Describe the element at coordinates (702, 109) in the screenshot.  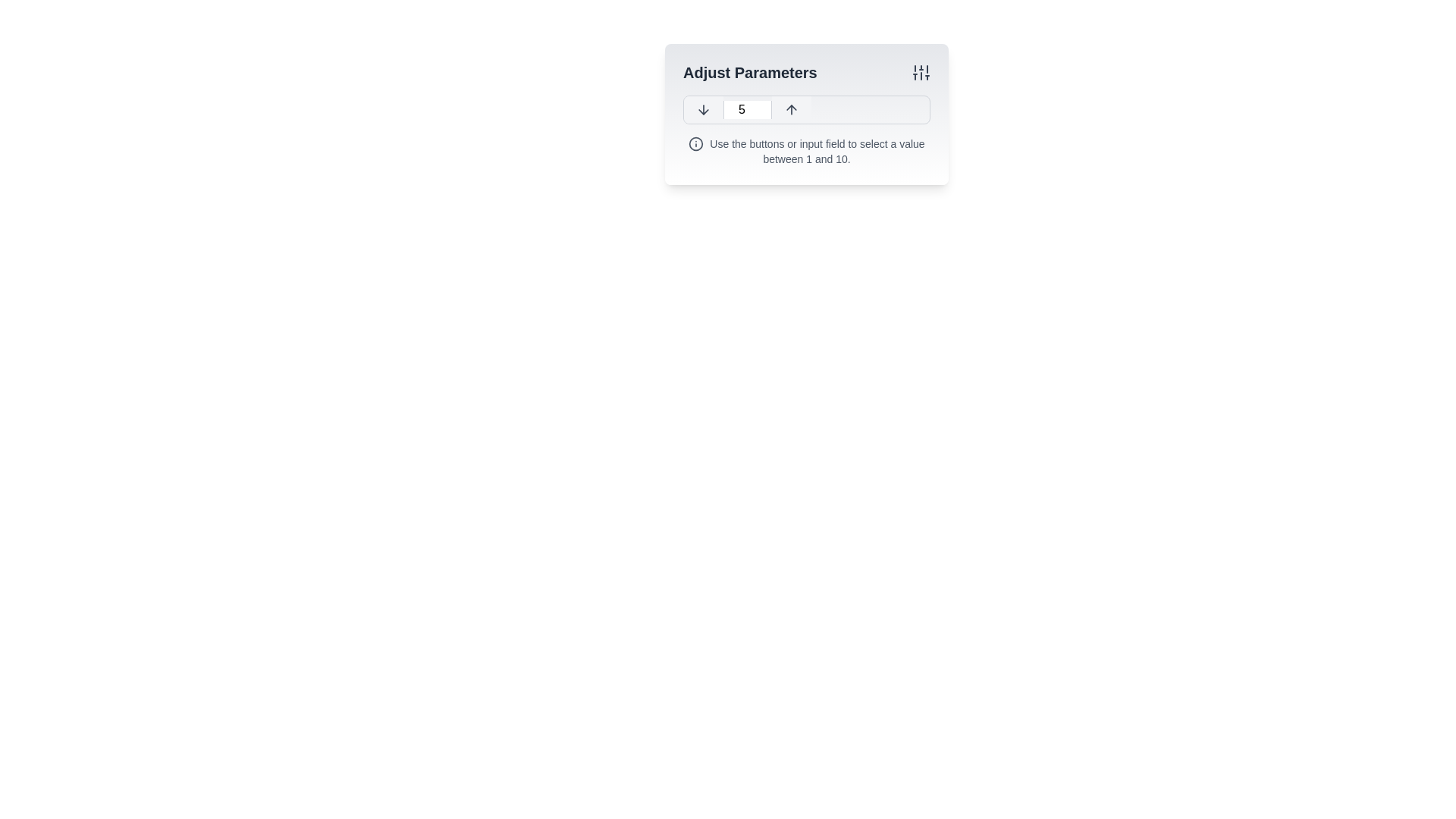
I see `the small button with a downward-pointing arrow icon, located to the left of a numeric input field displaying '5', to decrease the value` at that location.